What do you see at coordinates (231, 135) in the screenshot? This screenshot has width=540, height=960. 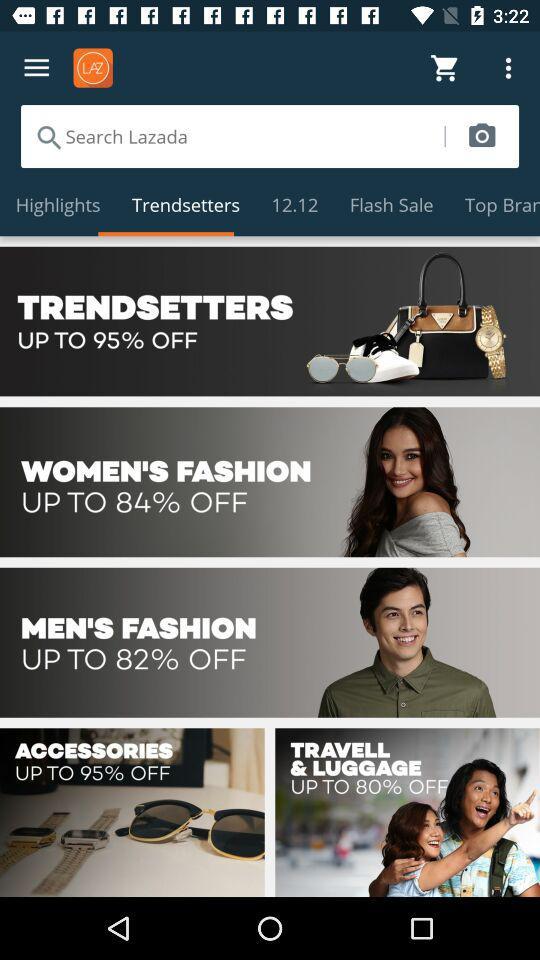 I see `search store` at bounding box center [231, 135].